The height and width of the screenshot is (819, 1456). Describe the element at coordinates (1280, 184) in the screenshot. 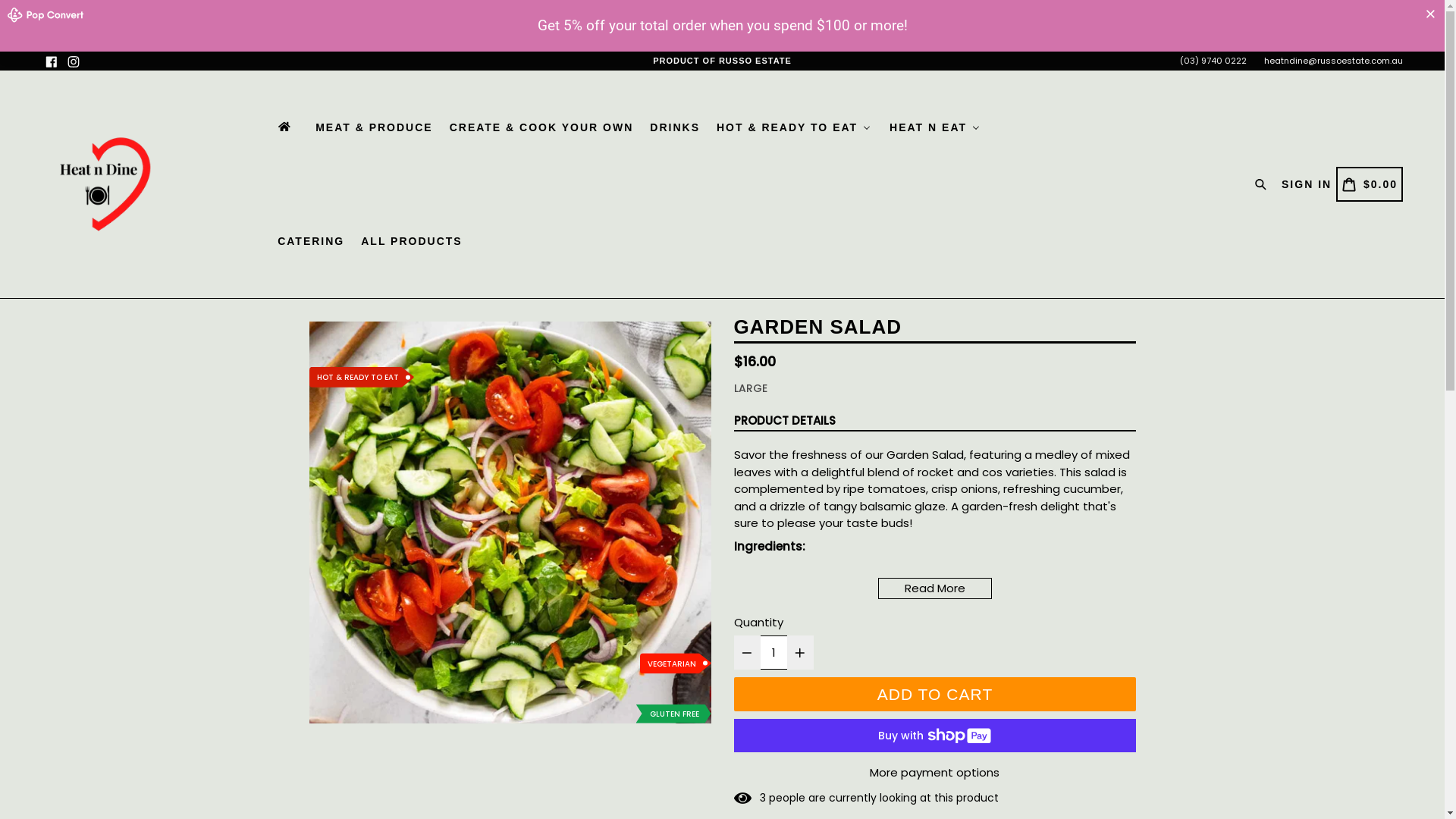

I see `'SIGN IN'` at that location.